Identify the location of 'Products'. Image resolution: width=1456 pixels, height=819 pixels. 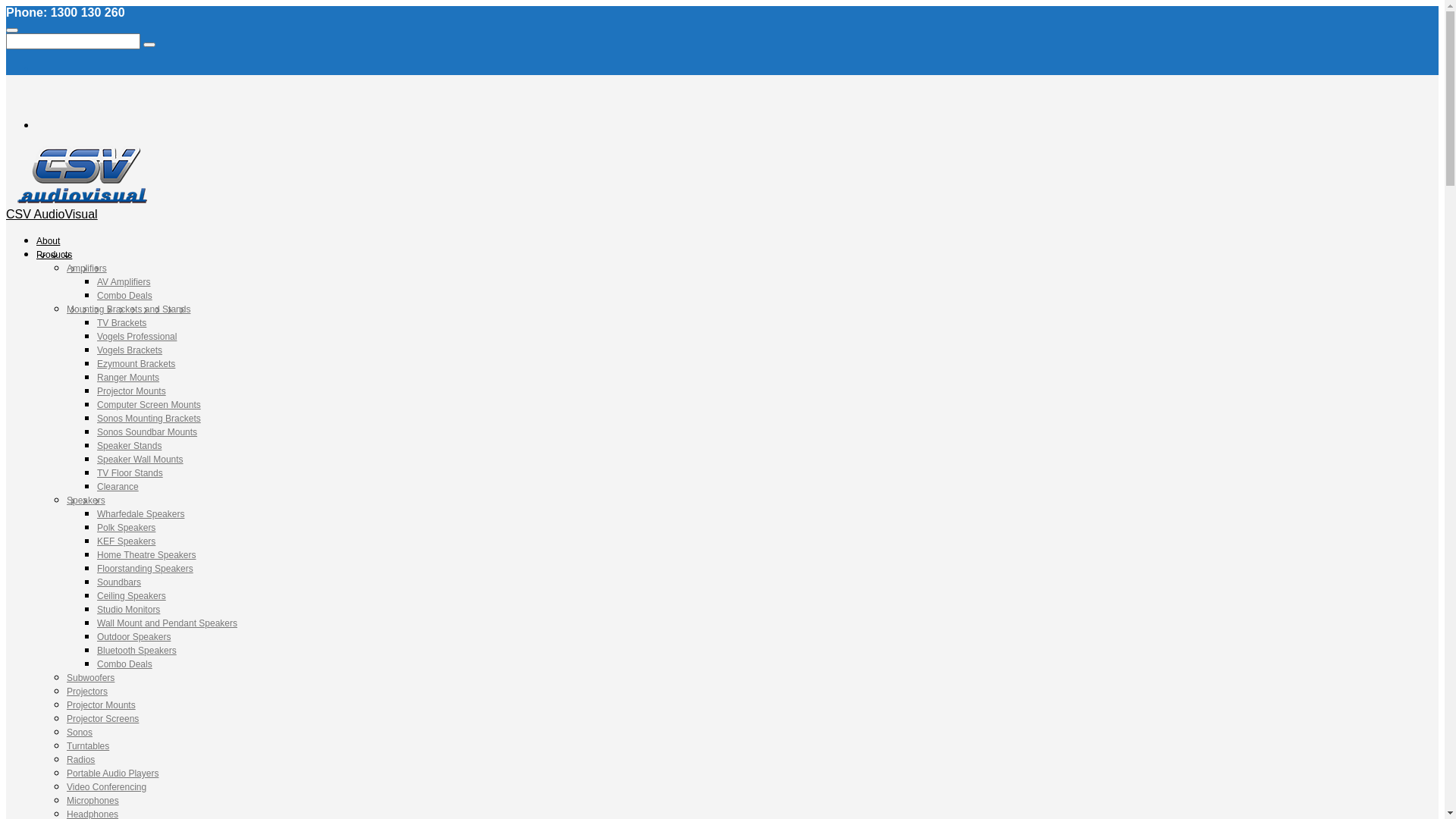
(54, 253).